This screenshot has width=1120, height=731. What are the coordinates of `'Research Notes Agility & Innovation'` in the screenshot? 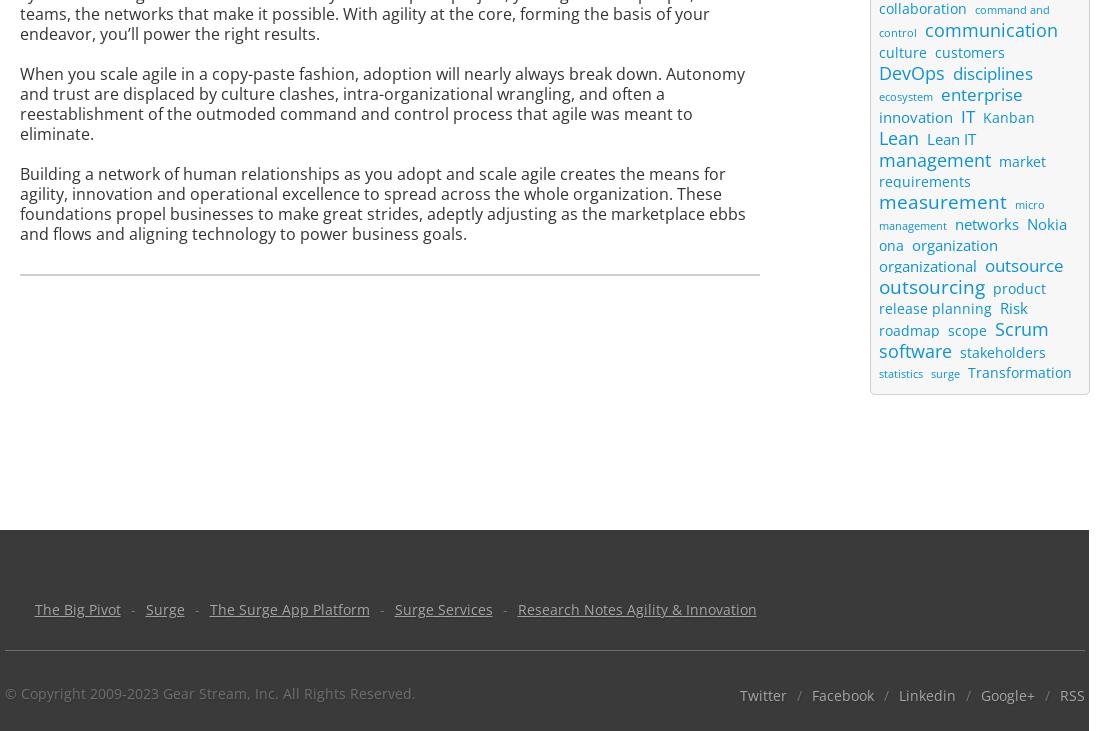 It's located at (636, 608).